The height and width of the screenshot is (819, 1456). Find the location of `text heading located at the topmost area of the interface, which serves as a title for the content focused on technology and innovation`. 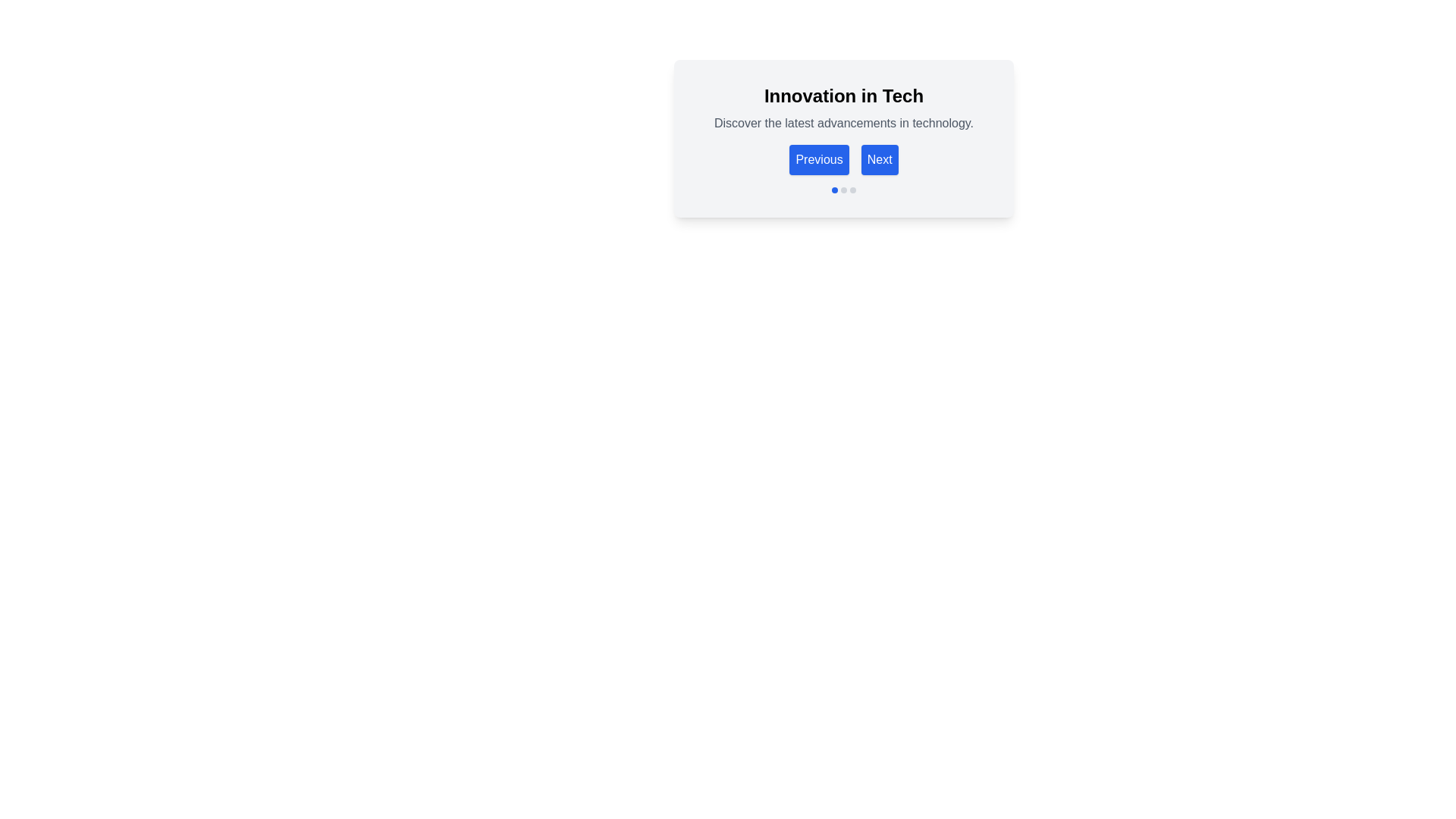

text heading located at the topmost area of the interface, which serves as a title for the content focused on technology and innovation is located at coordinates (843, 96).